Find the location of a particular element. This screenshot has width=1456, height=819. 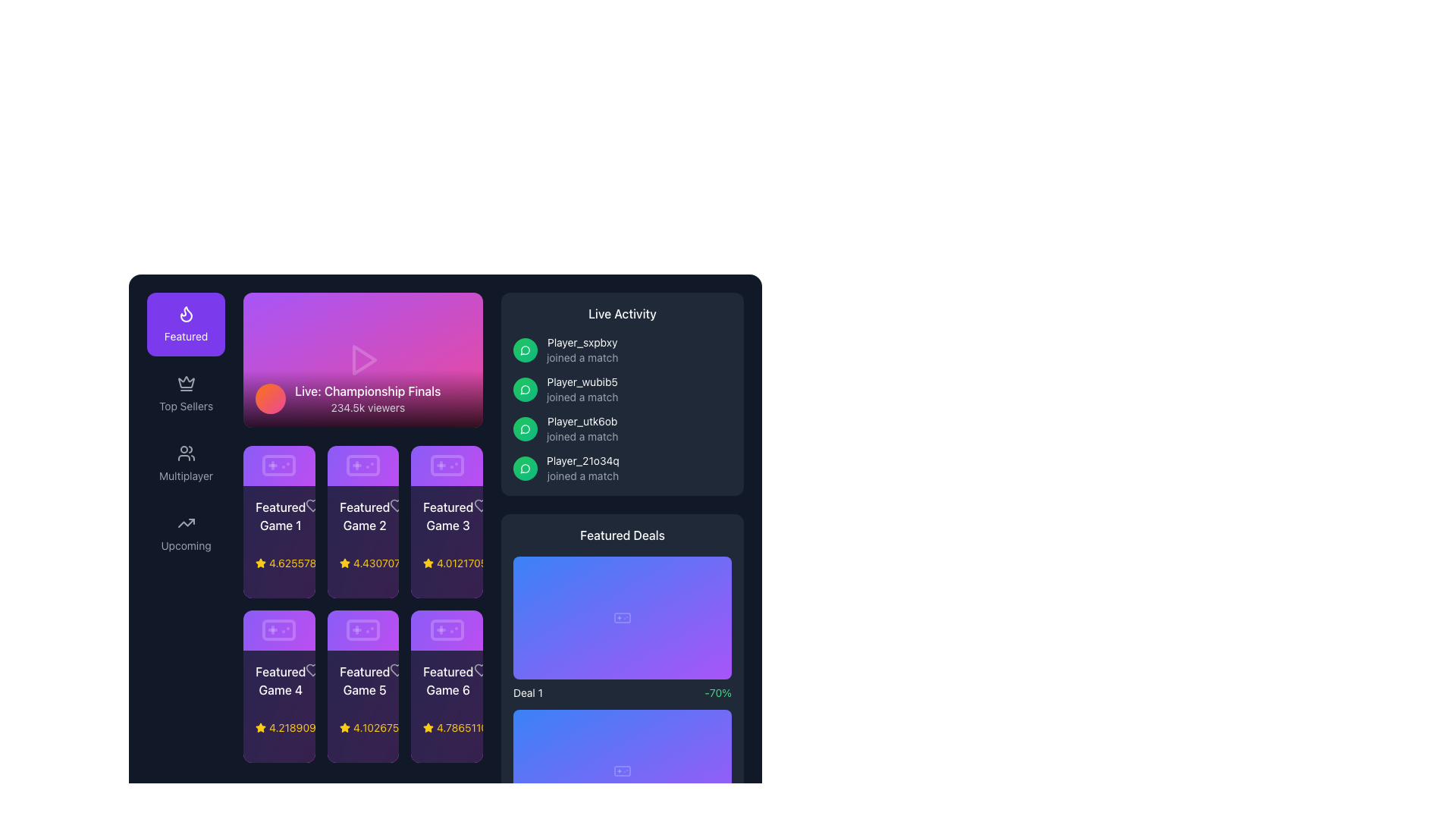

the heart icon located in the upper-right corner of the 'Featured Game 2' card is located at coordinates (397, 505).